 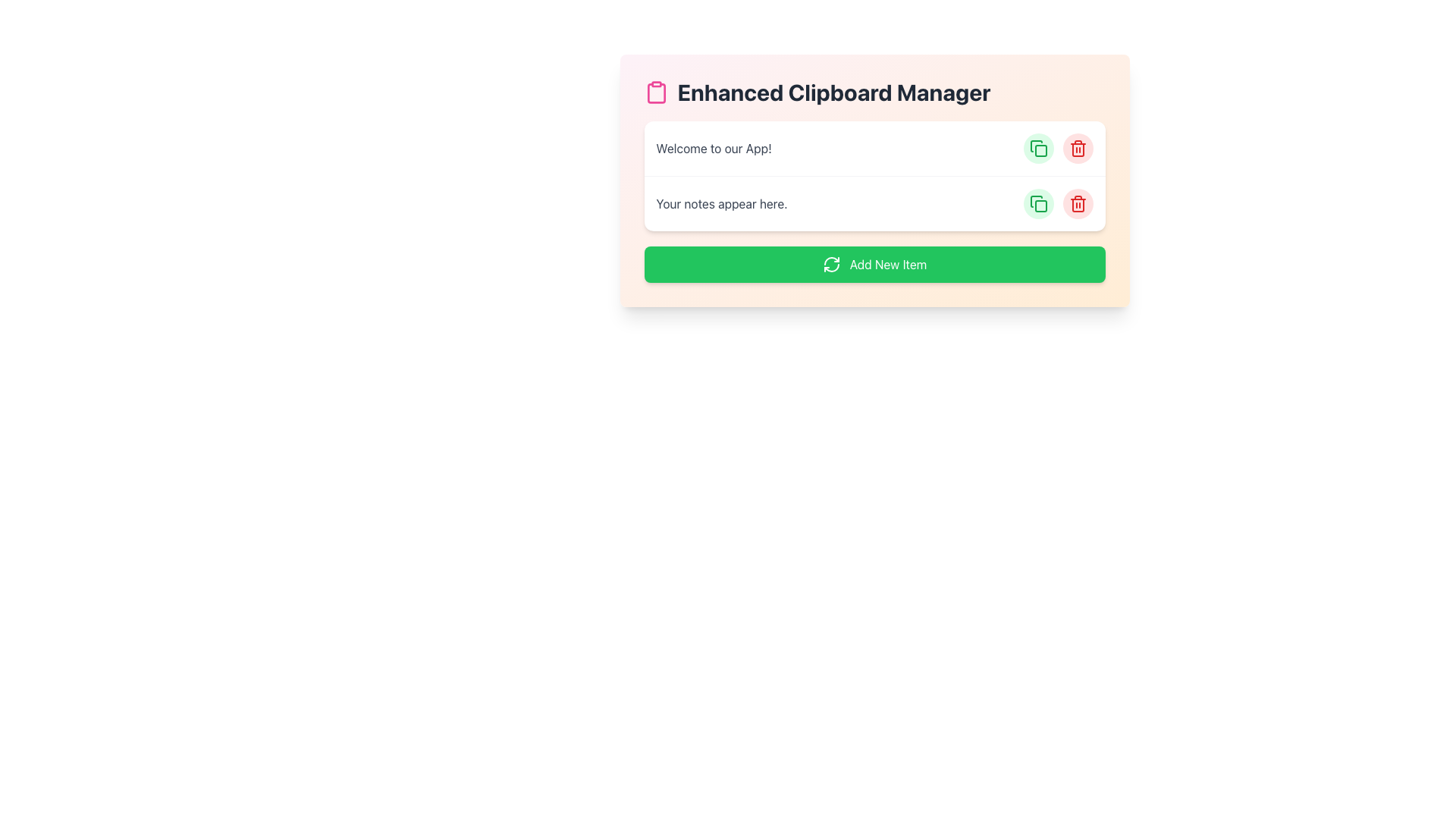 I want to click on the 'Copy' icon located to the right of the text 'Welcome to our App!' within the green circular button, so click(x=1037, y=203).